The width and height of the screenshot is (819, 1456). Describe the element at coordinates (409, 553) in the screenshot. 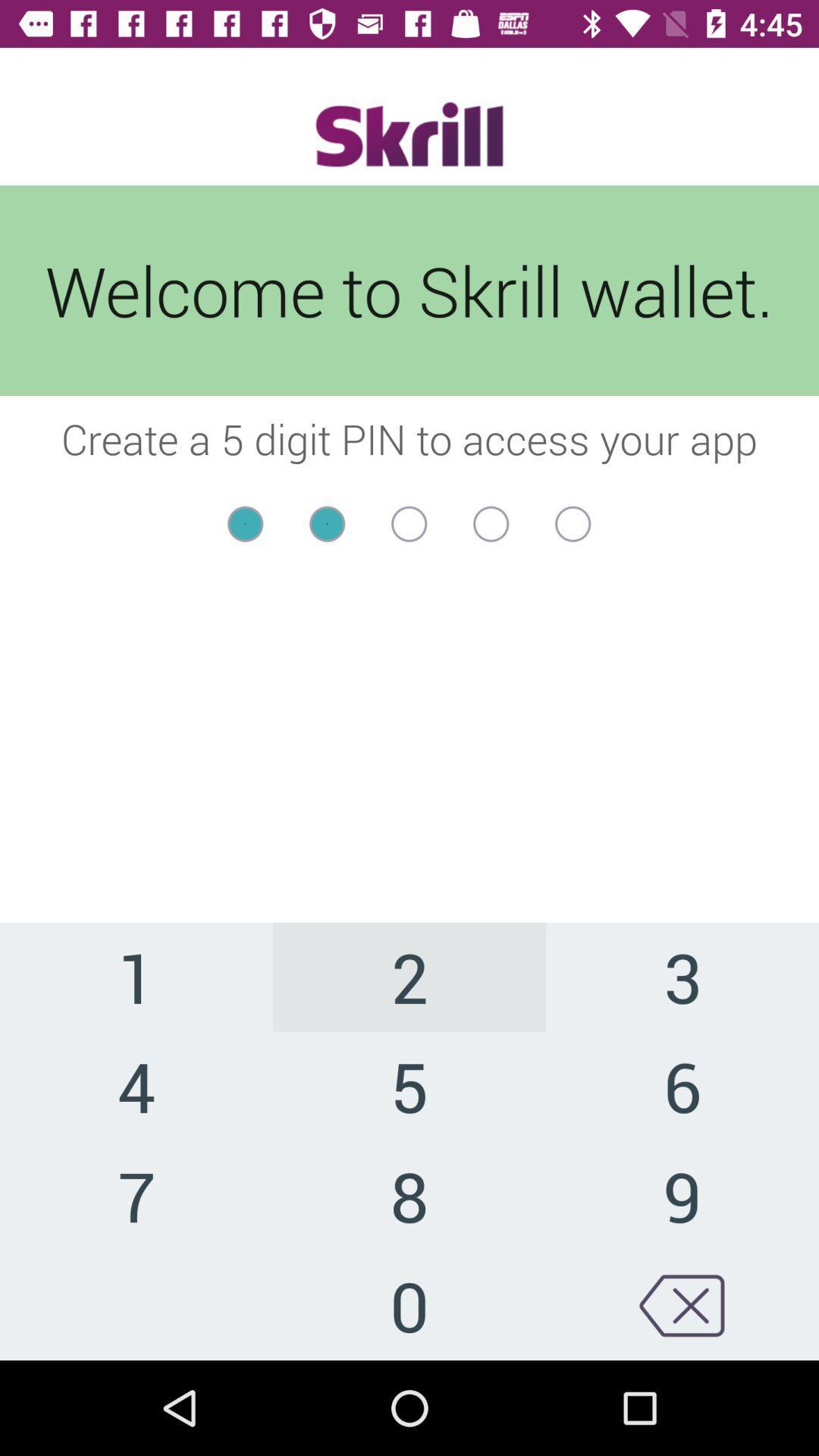

I see `the item above 1 icon` at that location.